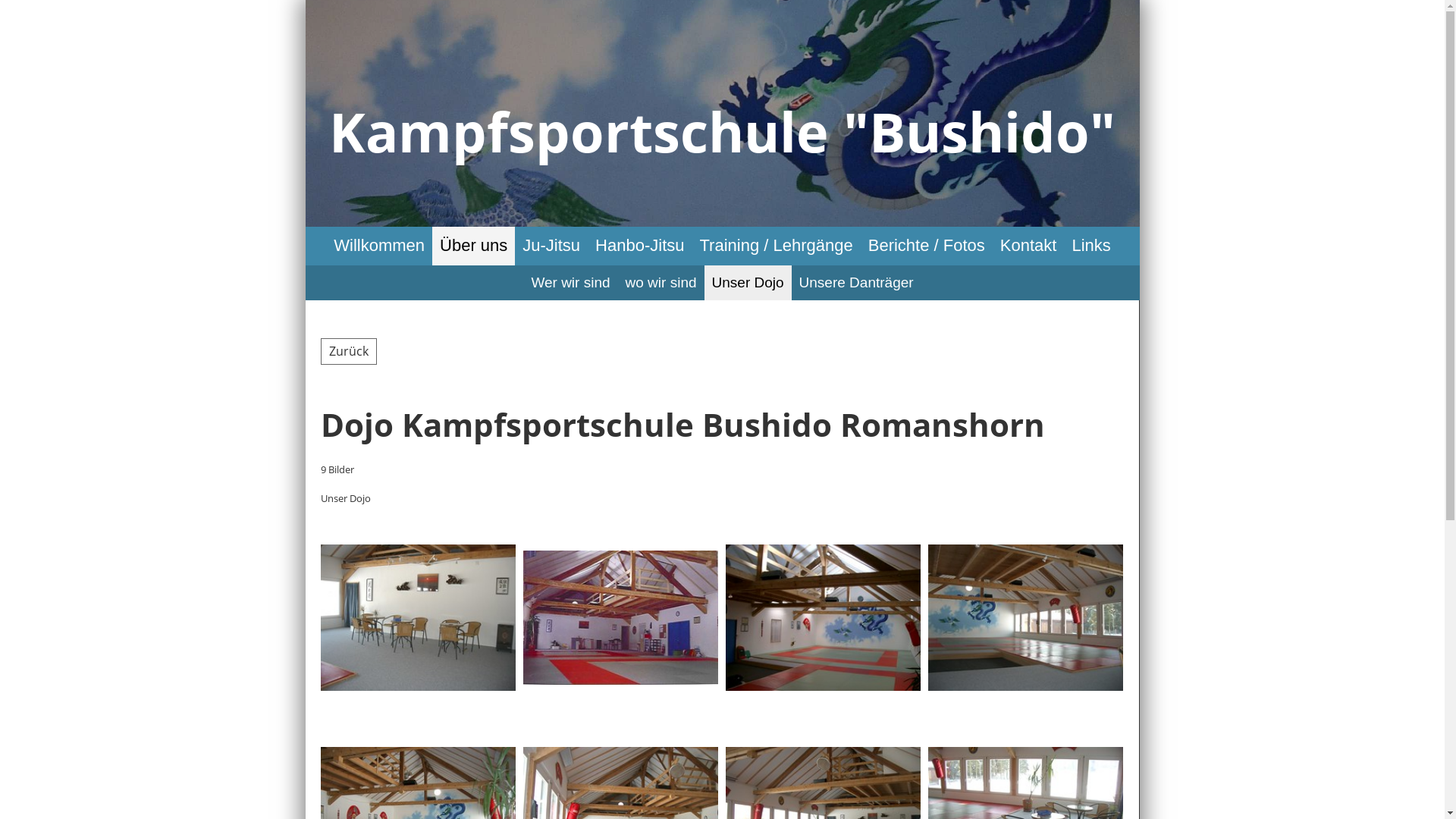 This screenshot has height=819, width=1456. Describe the element at coordinates (1062, 245) in the screenshot. I see `'Links'` at that location.